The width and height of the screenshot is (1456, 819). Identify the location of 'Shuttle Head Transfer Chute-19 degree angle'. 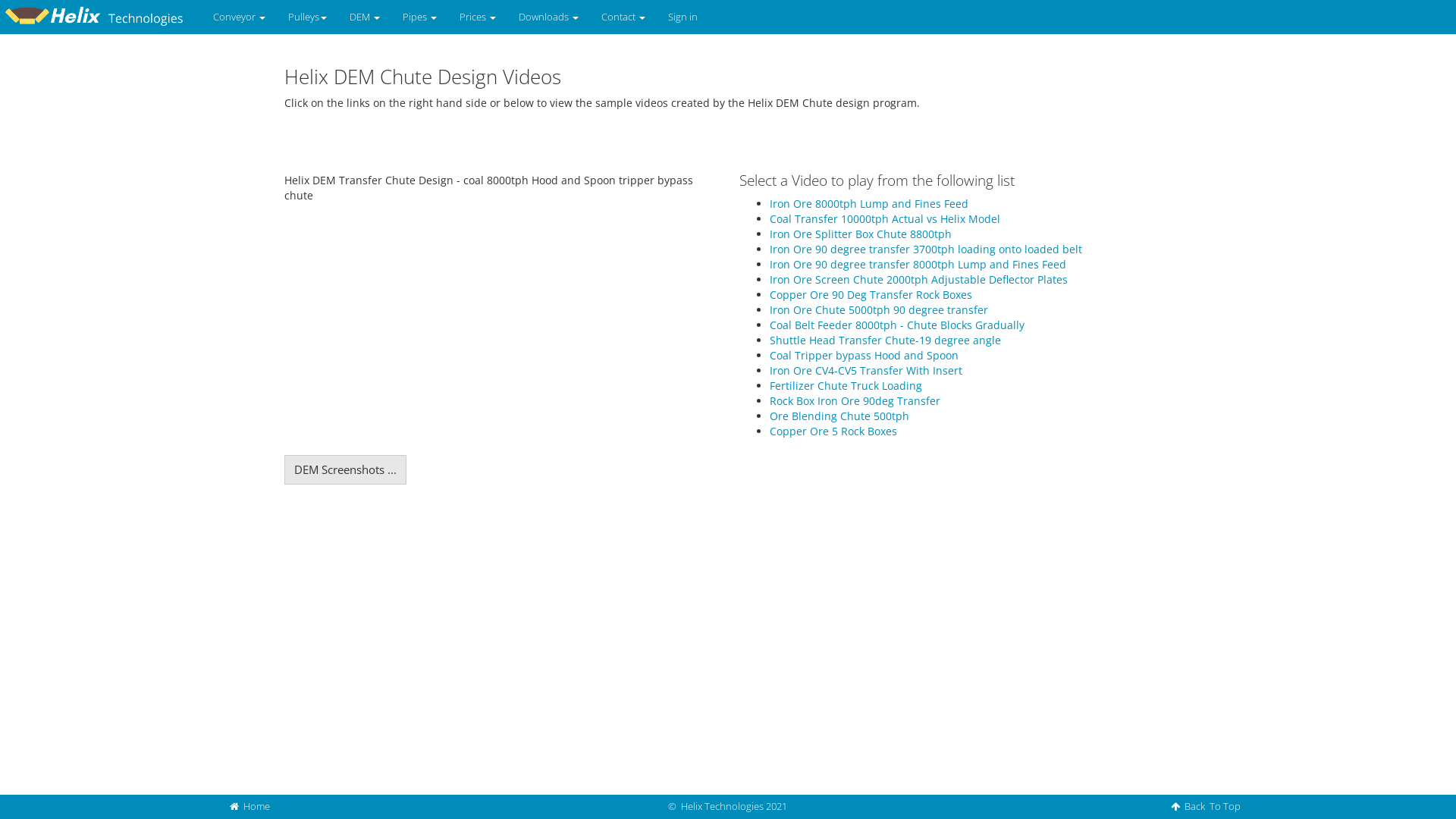
(885, 339).